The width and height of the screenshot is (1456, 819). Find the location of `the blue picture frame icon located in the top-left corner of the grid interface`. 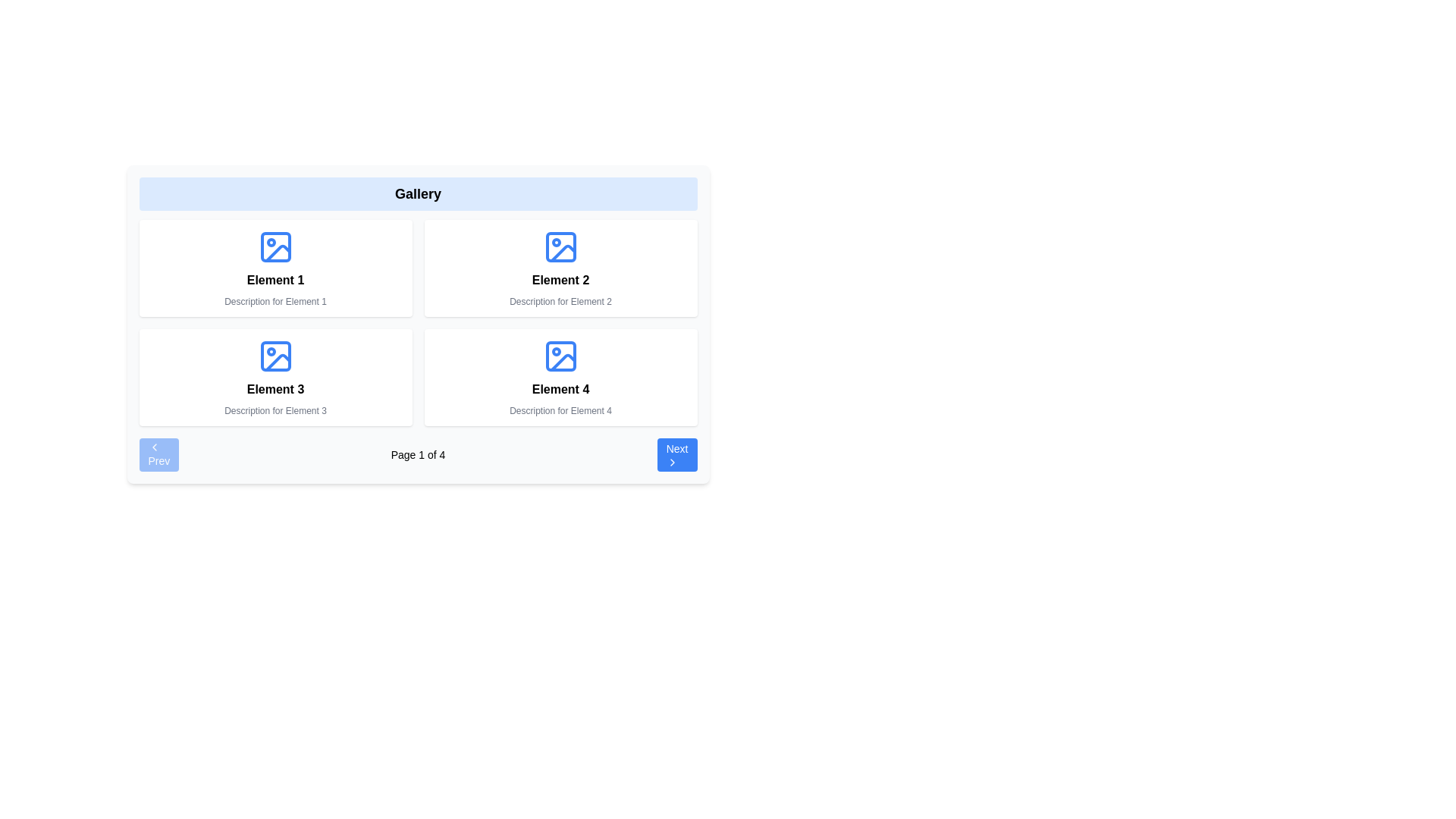

the blue picture frame icon located in the top-left corner of the grid interface is located at coordinates (275, 246).